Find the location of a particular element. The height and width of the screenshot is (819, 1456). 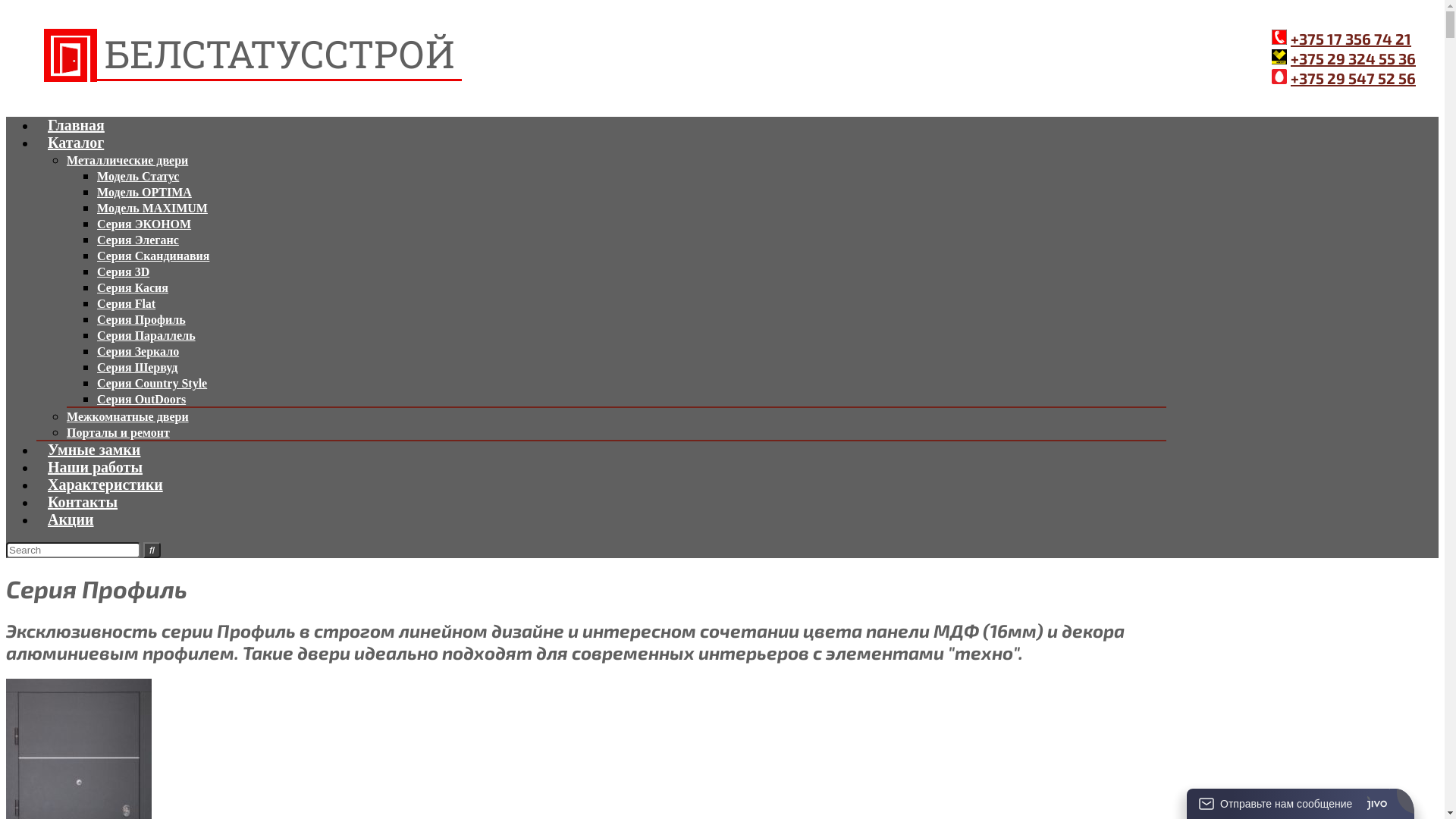

'+375 17 356 74 21' is located at coordinates (1290, 37).